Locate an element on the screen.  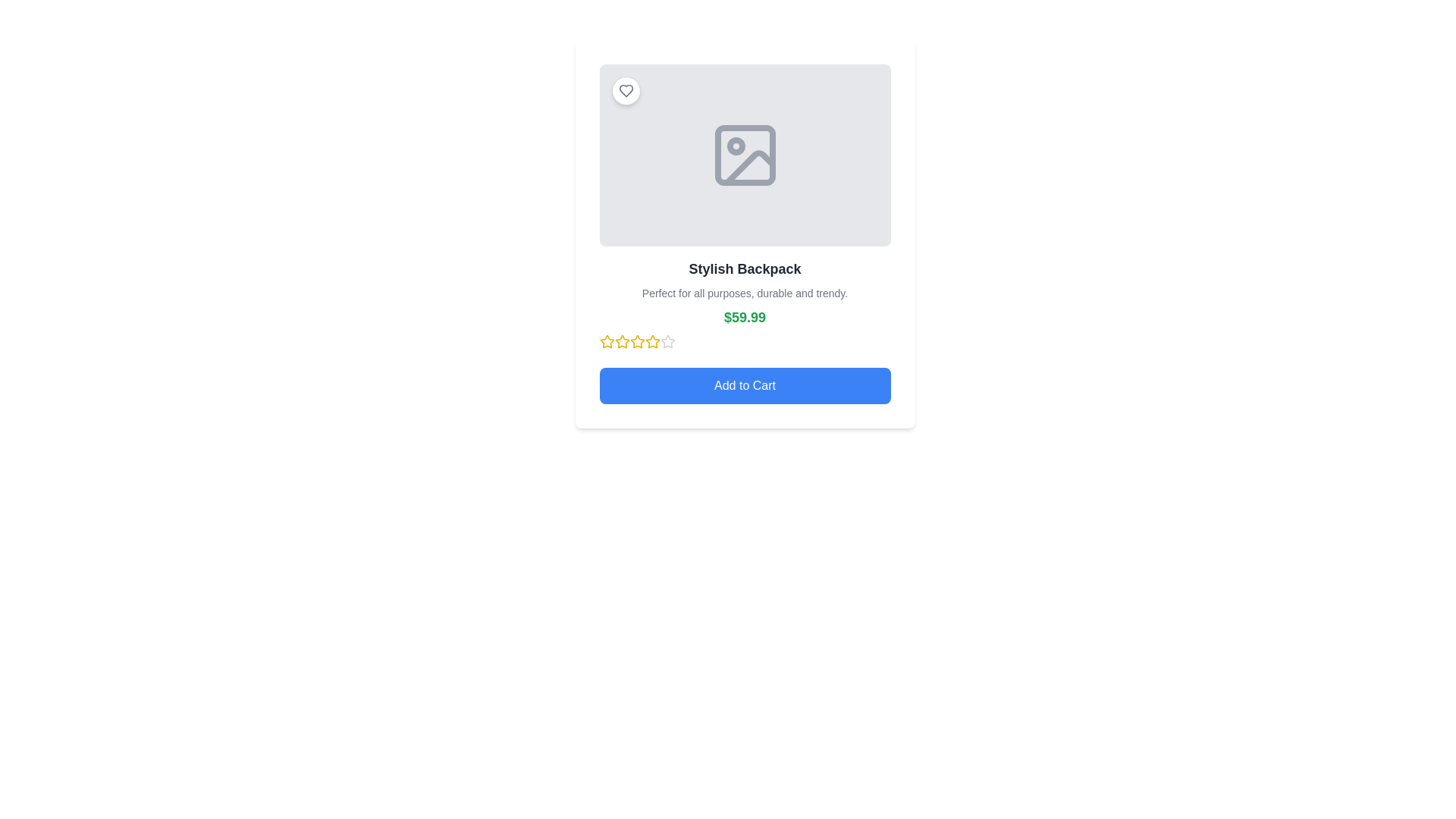
the first yellow Rating Star Icon is located at coordinates (607, 342).